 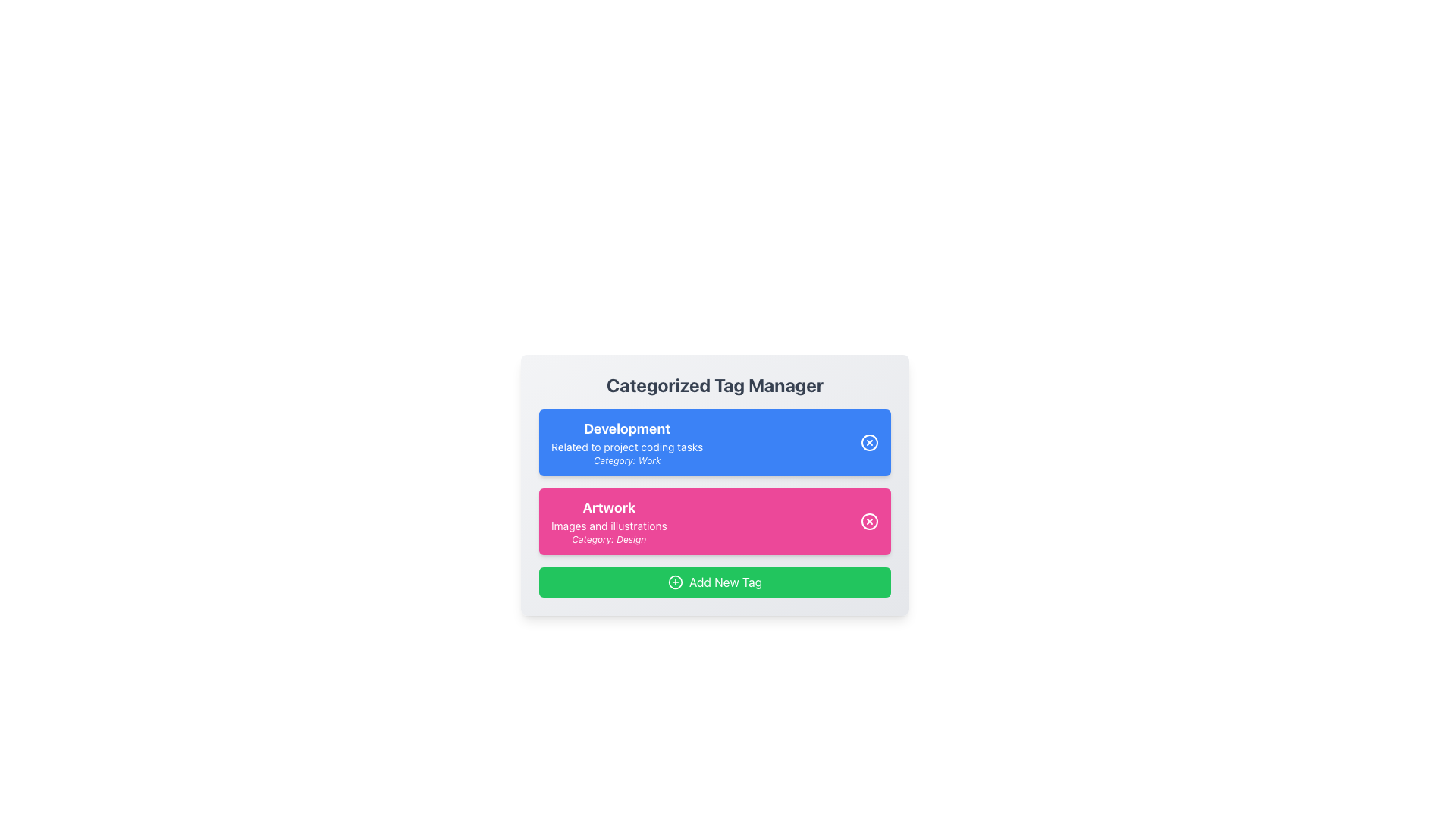 I want to click on the circular shape with a visible border located at the top-right of the 'Development' section within the interface, which is part of an icon illustrating an action related to this section, so click(x=870, y=442).